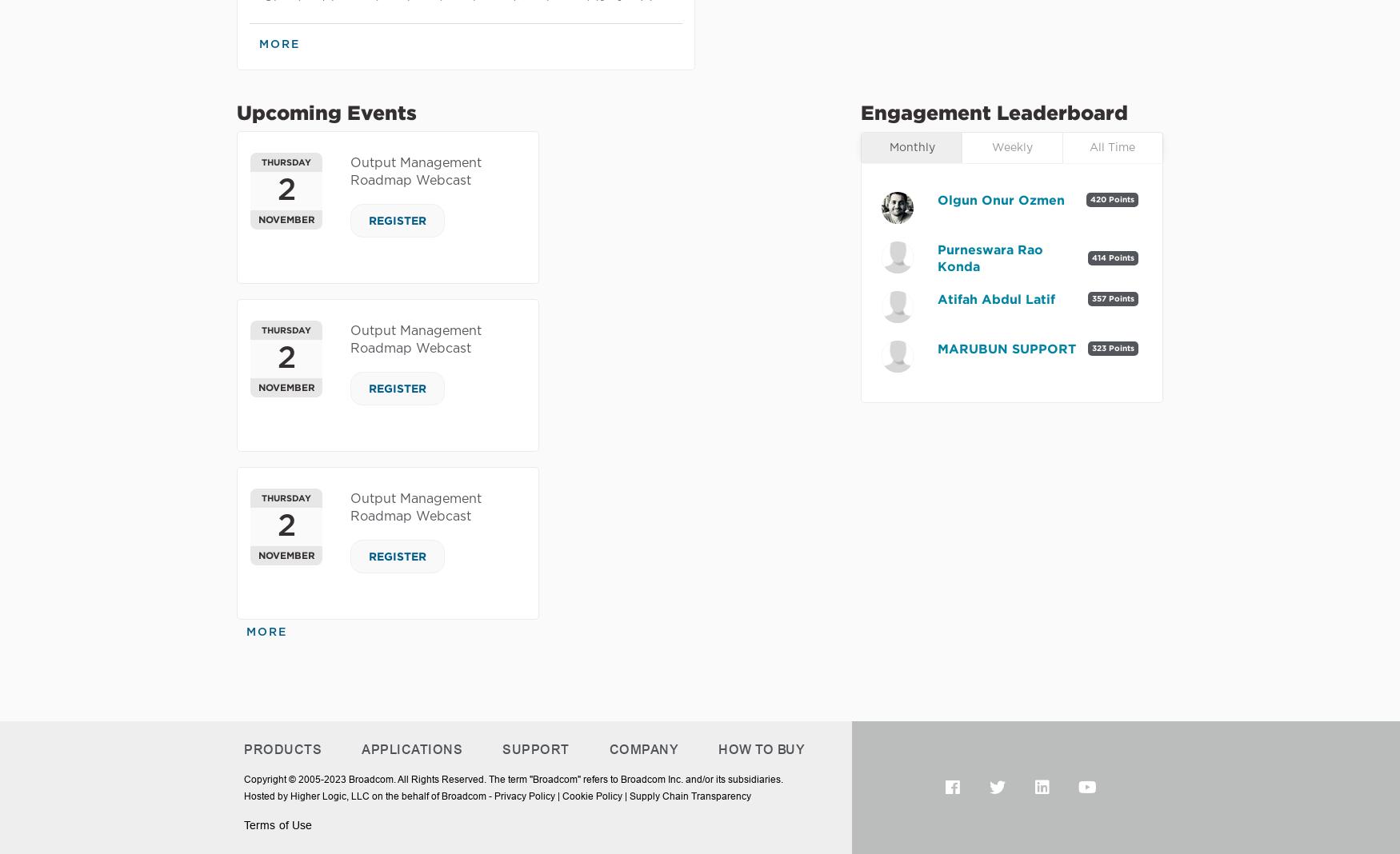 This screenshot has height=854, width=1400. I want to click on 'Copyright © 2005-2023 Broadcom. All Rights Reserved. The term "Broadcom" refers to Broadcom Inc. and/or its subsidiaries.', so click(243, 779).